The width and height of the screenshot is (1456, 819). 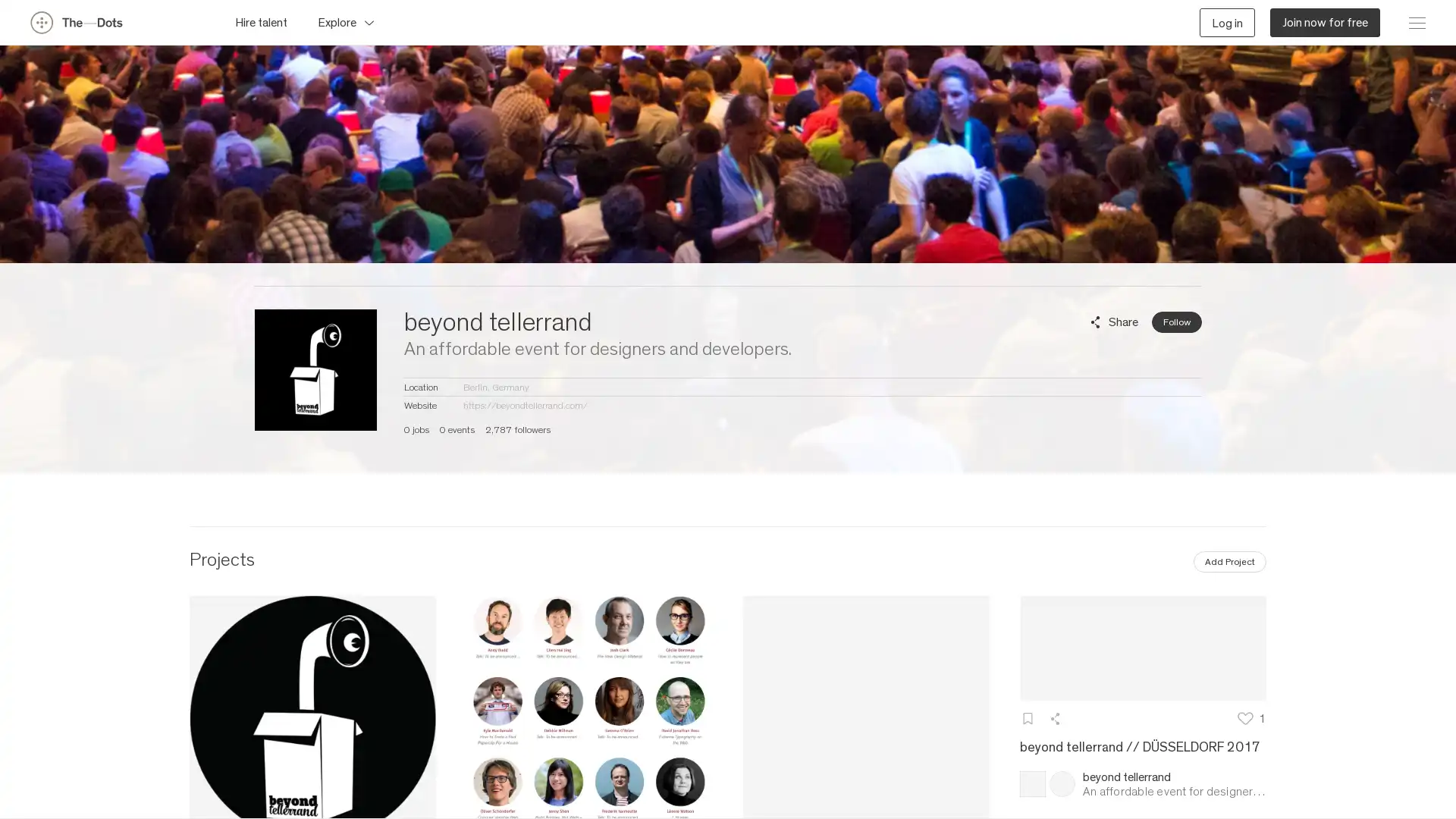 What do you see at coordinates (1027, 717) in the screenshot?
I see `Save` at bounding box center [1027, 717].